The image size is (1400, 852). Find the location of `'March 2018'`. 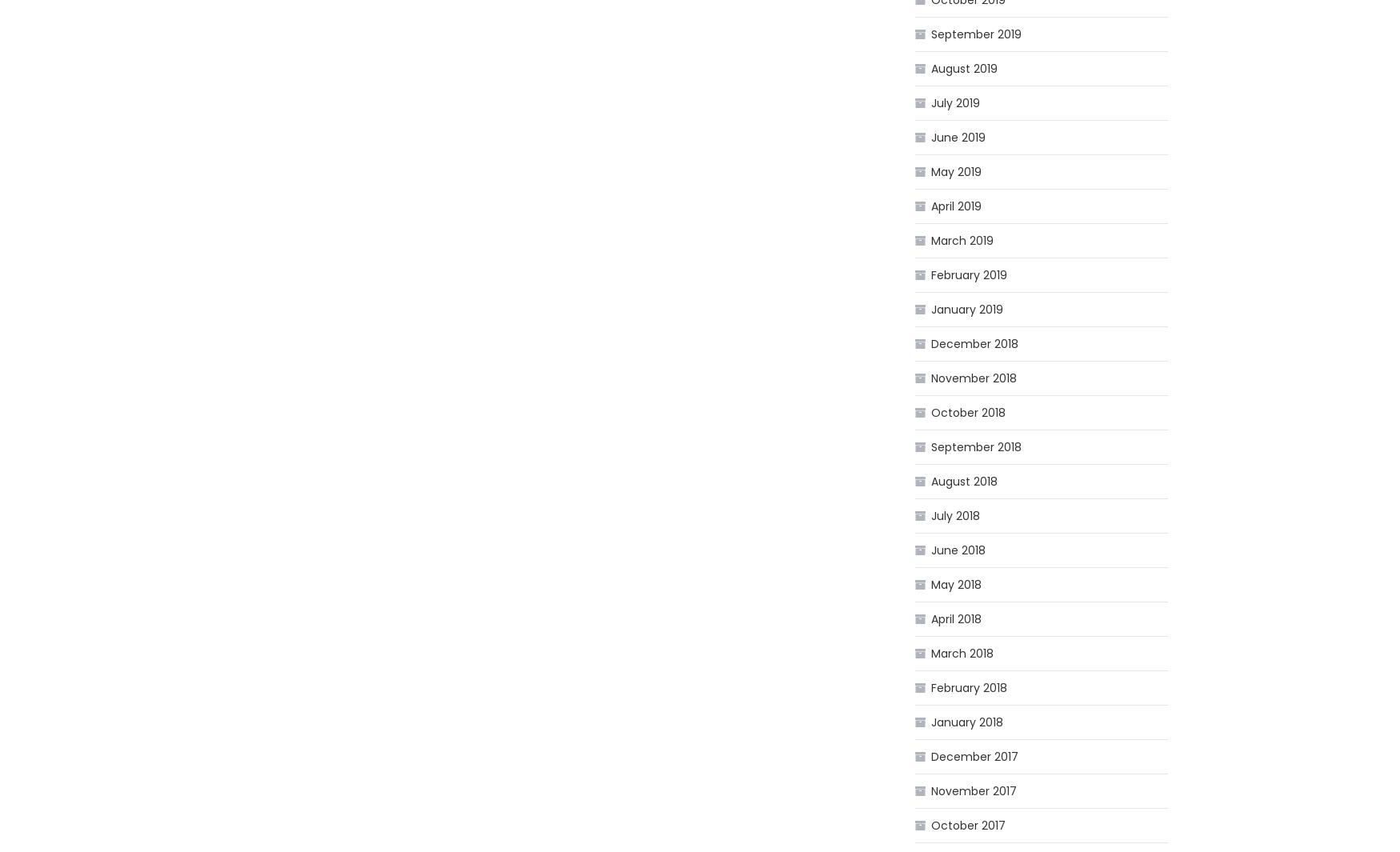

'March 2018' is located at coordinates (962, 653).